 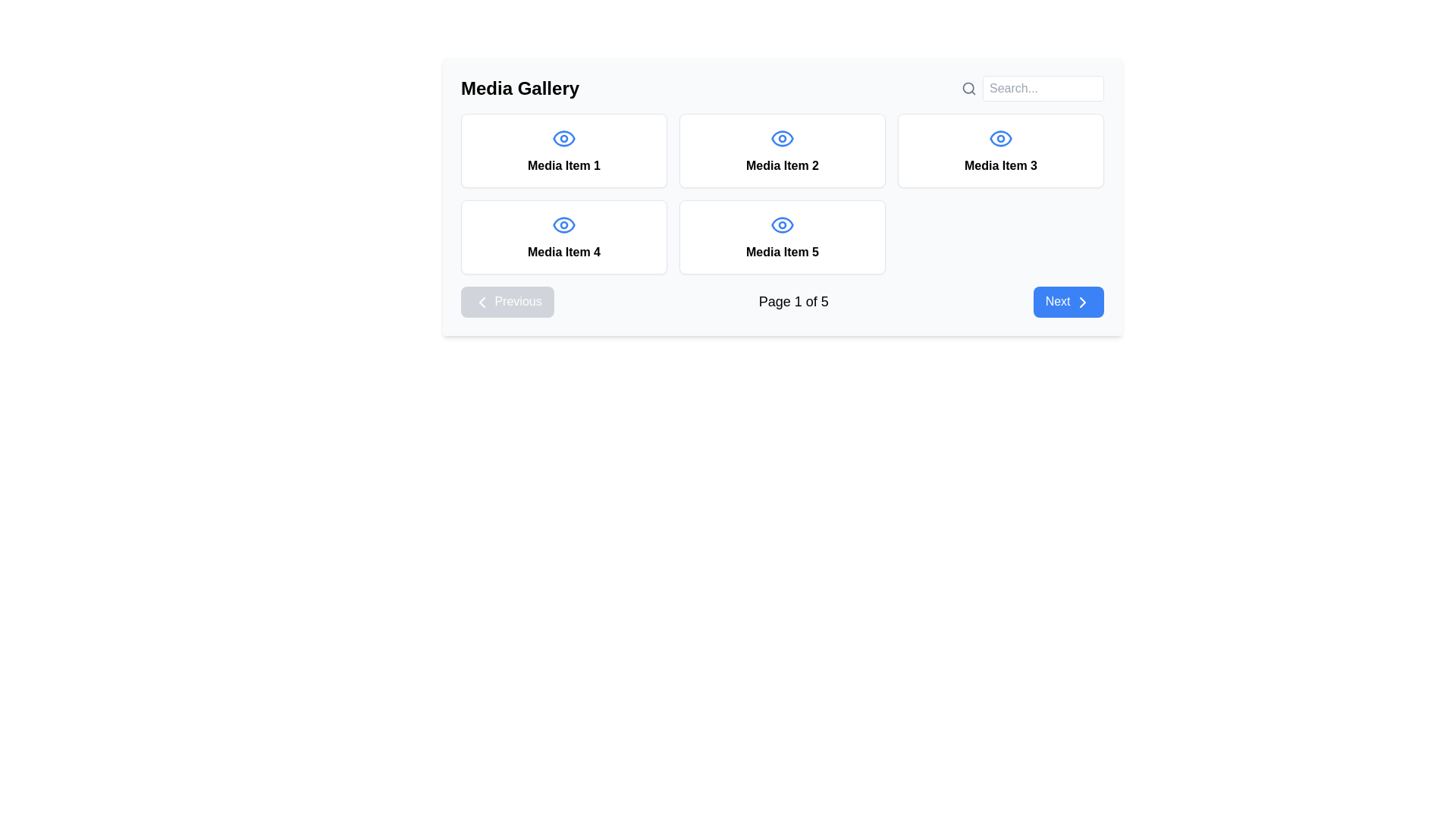 I want to click on the chevron icon indicating the action of moving forward in the 'Next' button for keyboard navigation, so click(x=1081, y=302).